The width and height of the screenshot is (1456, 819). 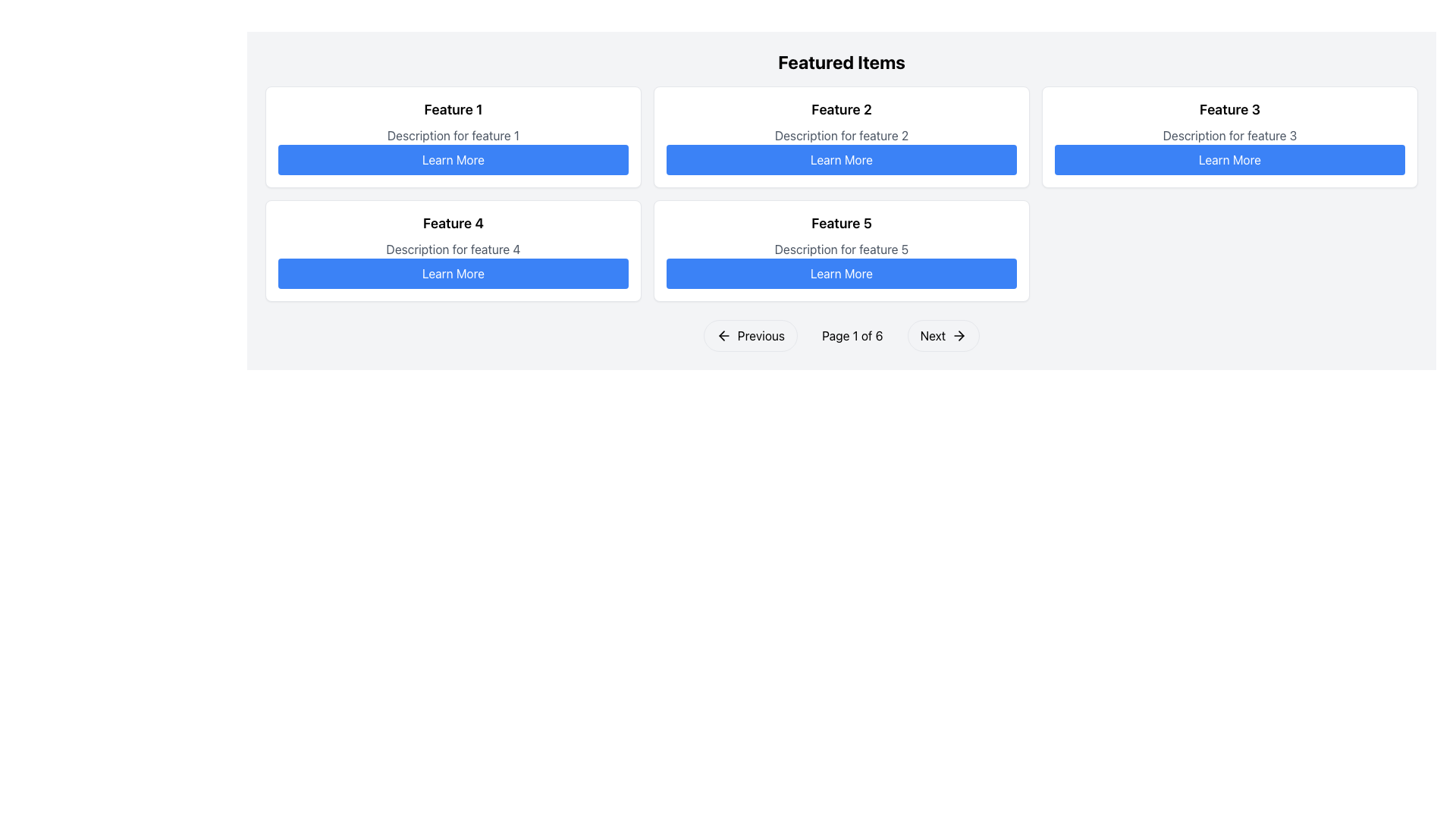 I want to click on the button that provides more information about 'Feature 4', so click(x=453, y=274).